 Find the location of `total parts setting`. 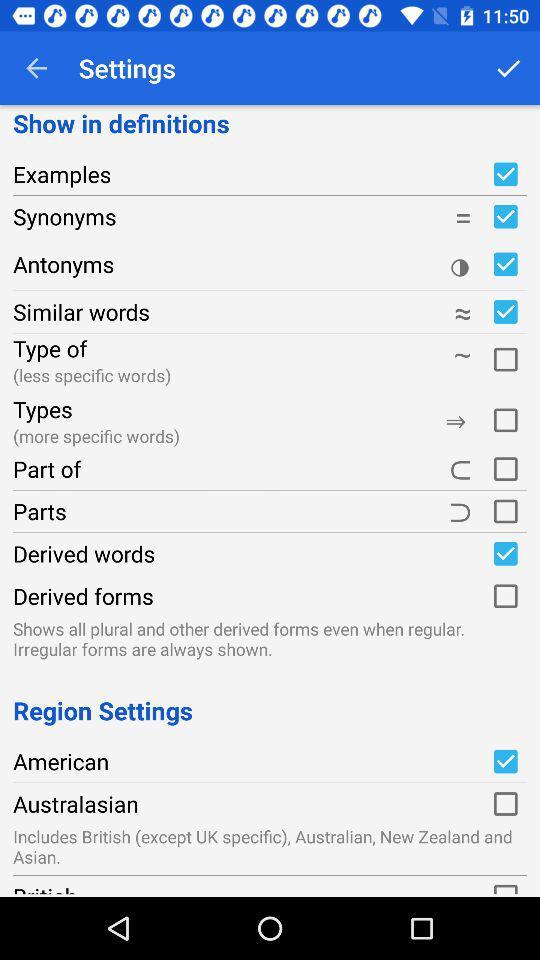

total parts setting is located at coordinates (504, 510).